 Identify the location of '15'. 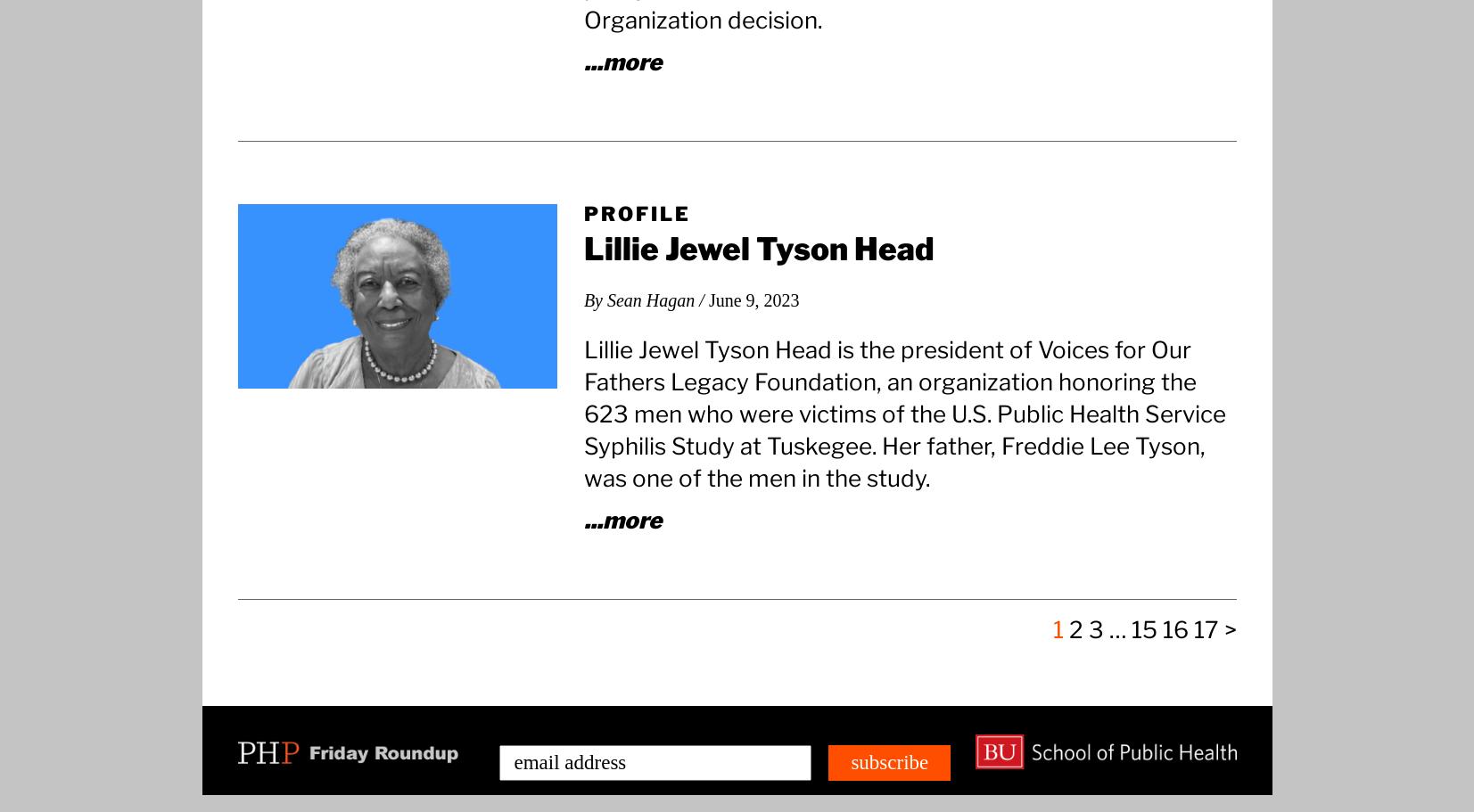
(1131, 628).